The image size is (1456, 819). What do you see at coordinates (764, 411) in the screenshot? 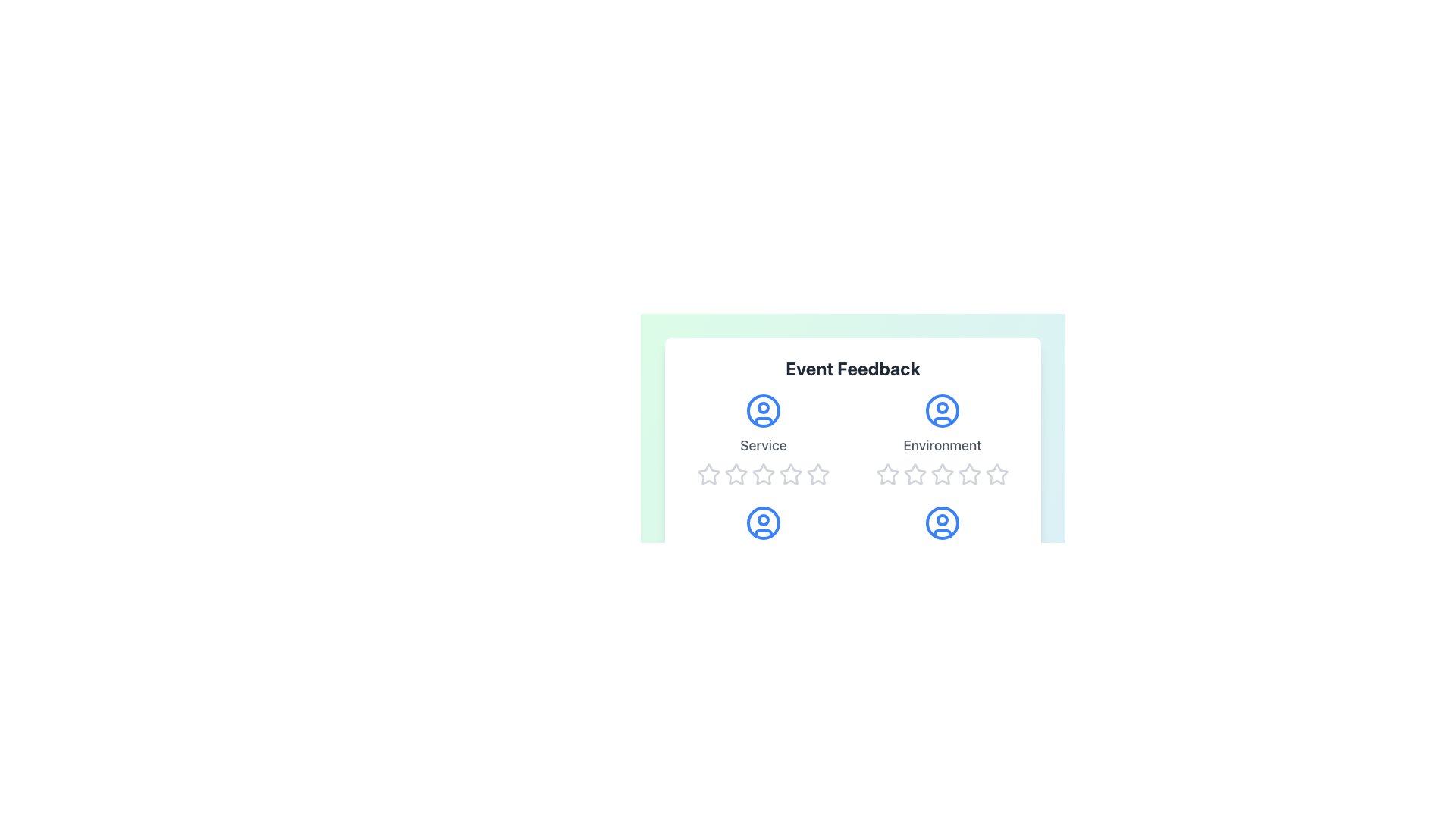
I see `the blue circular icon resembling a user profile silhouette located above the 'Service' rating section in the feedback interface` at bounding box center [764, 411].